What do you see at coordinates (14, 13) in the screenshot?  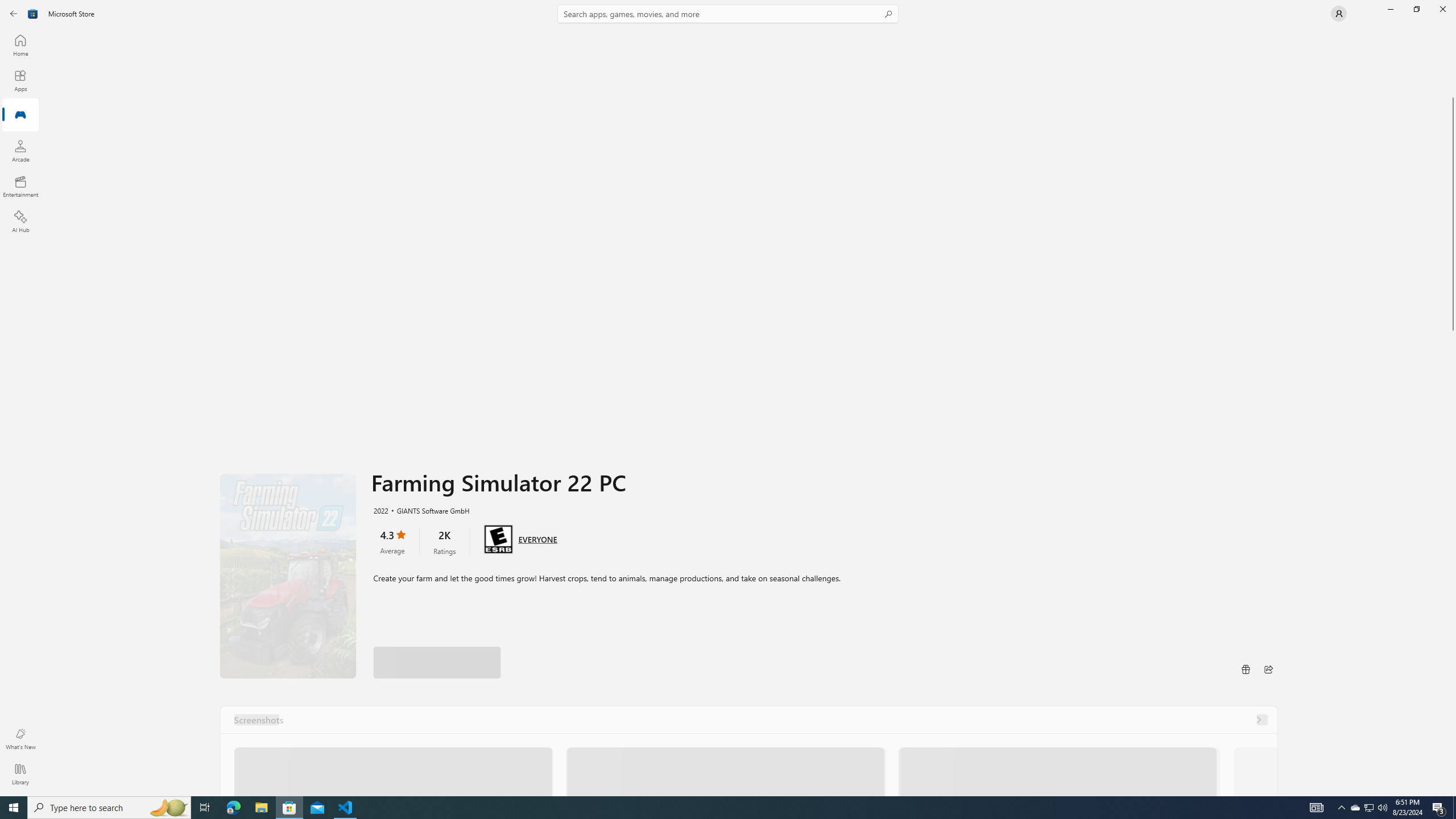 I see `'Back'` at bounding box center [14, 13].